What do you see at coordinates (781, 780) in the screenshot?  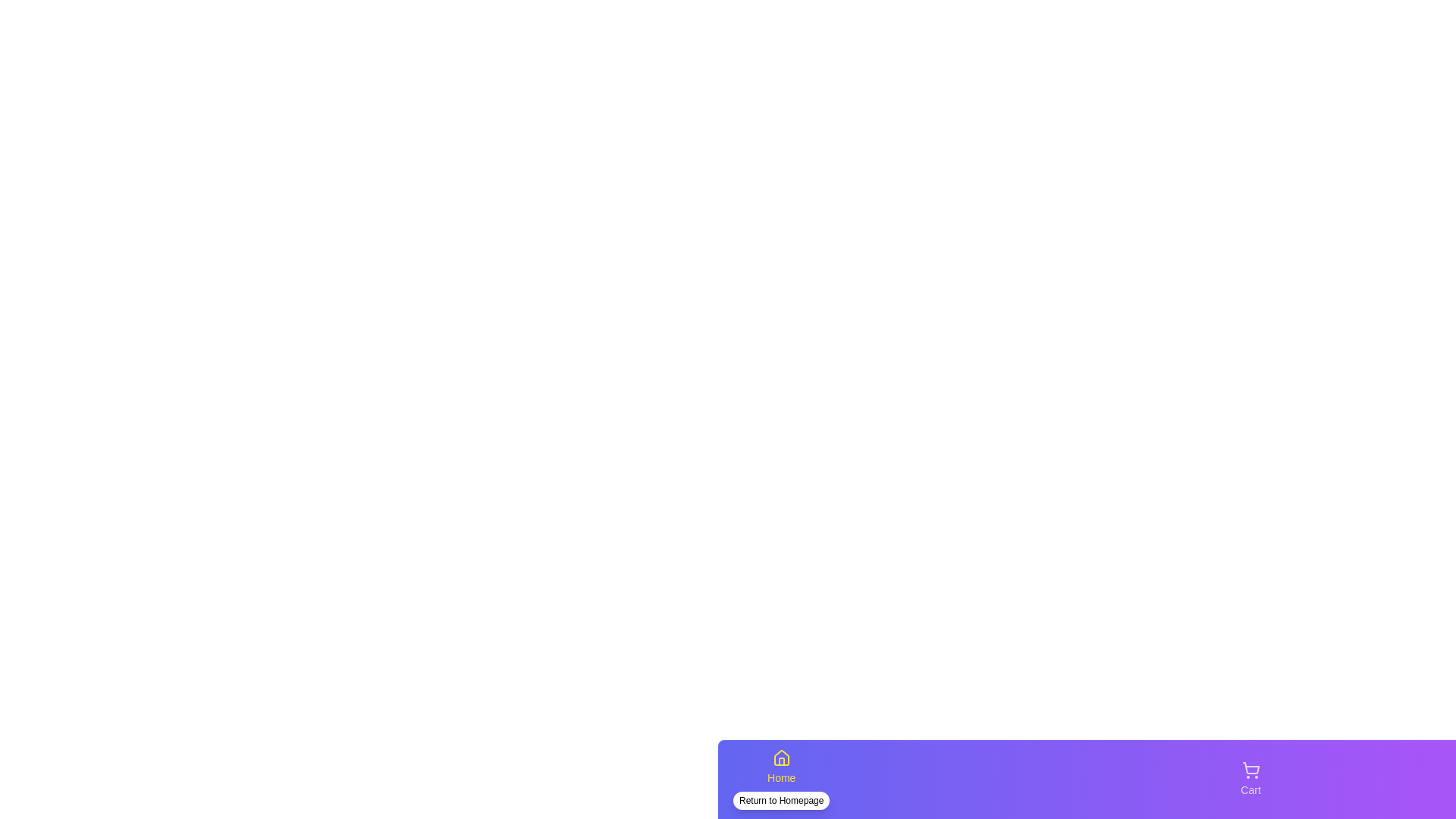 I see `the Home navigation tab` at bounding box center [781, 780].